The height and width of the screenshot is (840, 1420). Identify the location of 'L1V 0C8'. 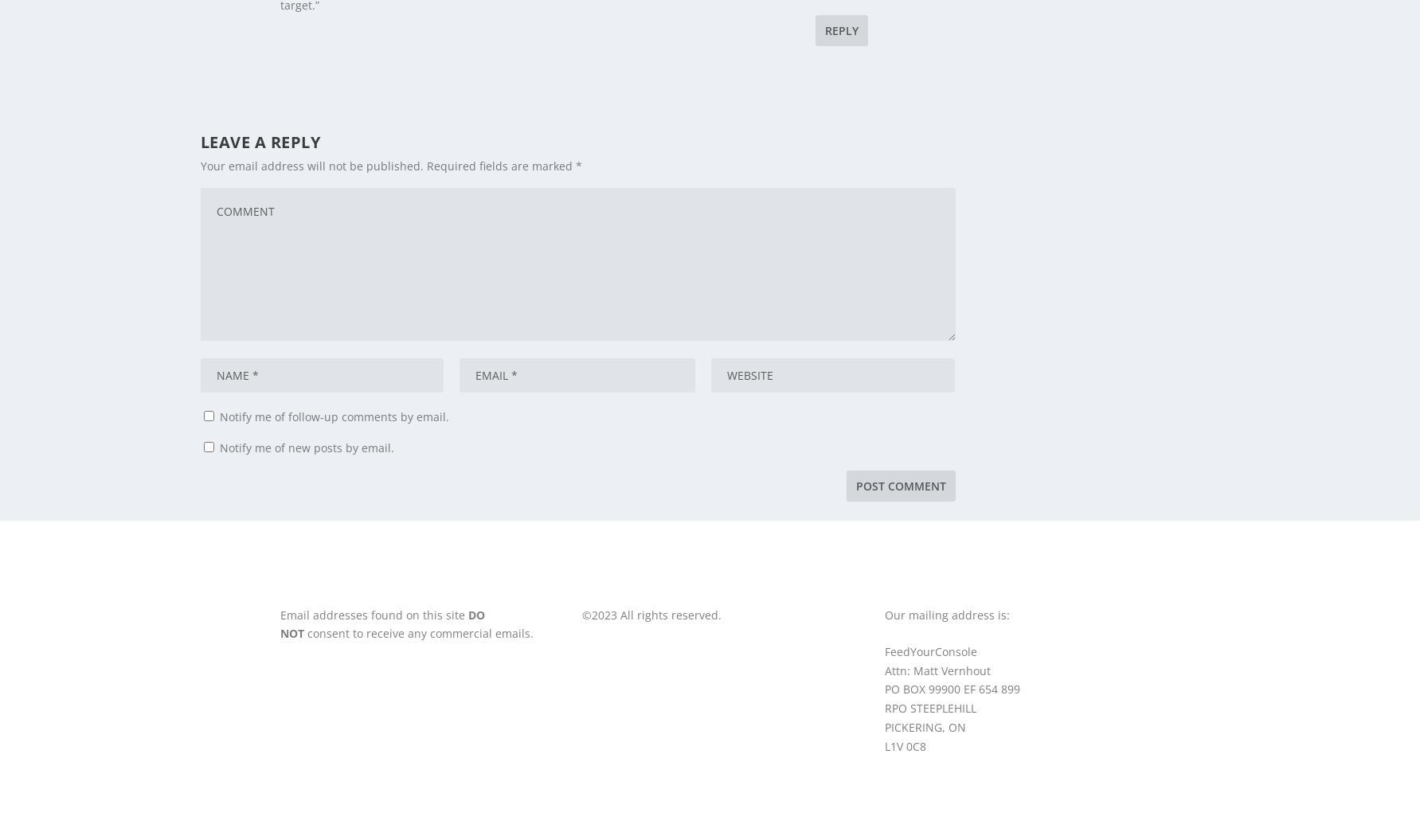
(905, 744).